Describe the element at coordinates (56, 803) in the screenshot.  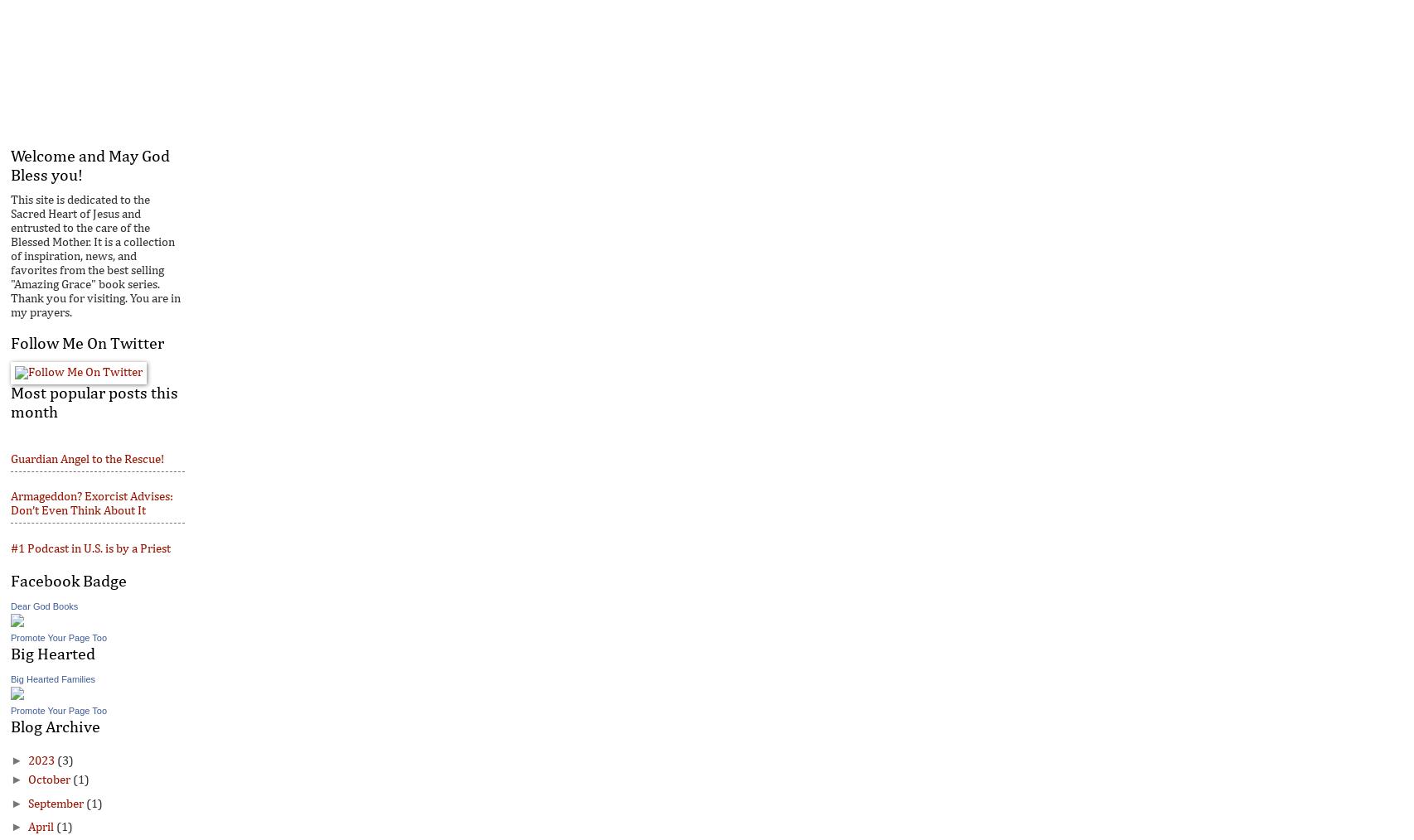
I see `'September'` at that location.